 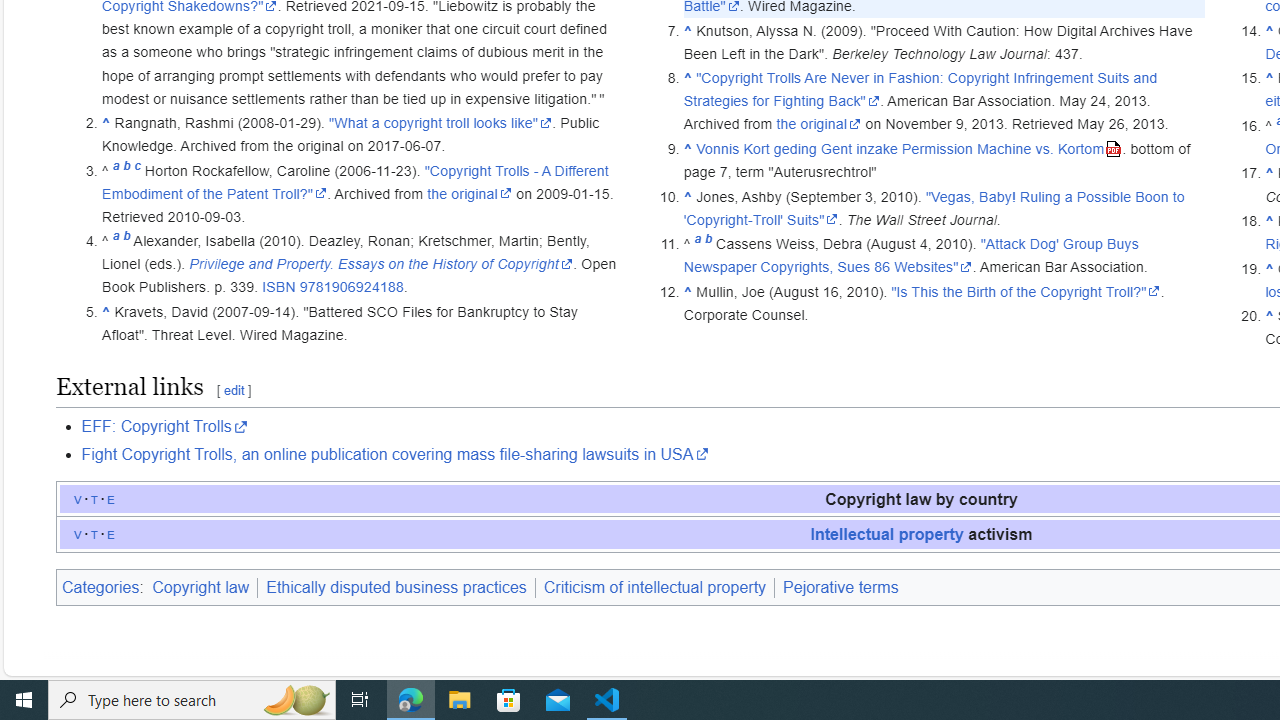 What do you see at coordinates (233, 390) in the screenshot?
I see `'edit'` at bounding box center [233, 390].